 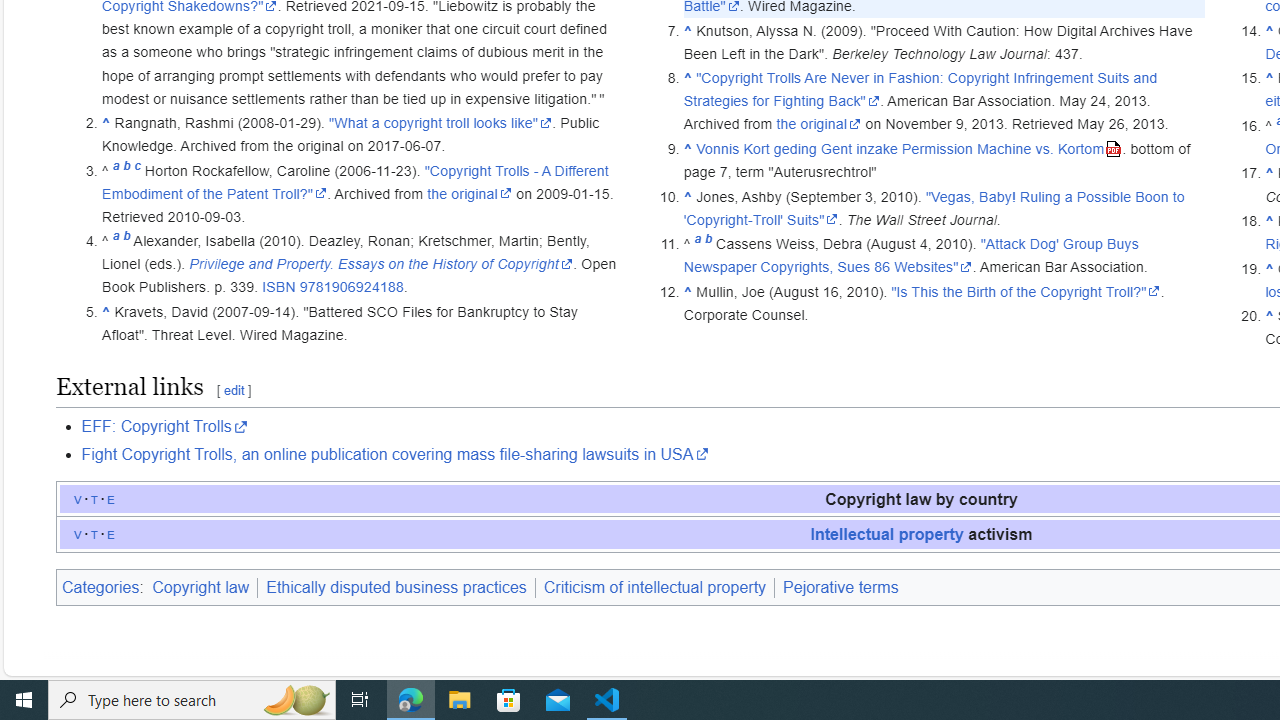 What do you see at coordinates (233, 390) in the screenshot?
I see `'edit'` at bounding box center [233, 390].